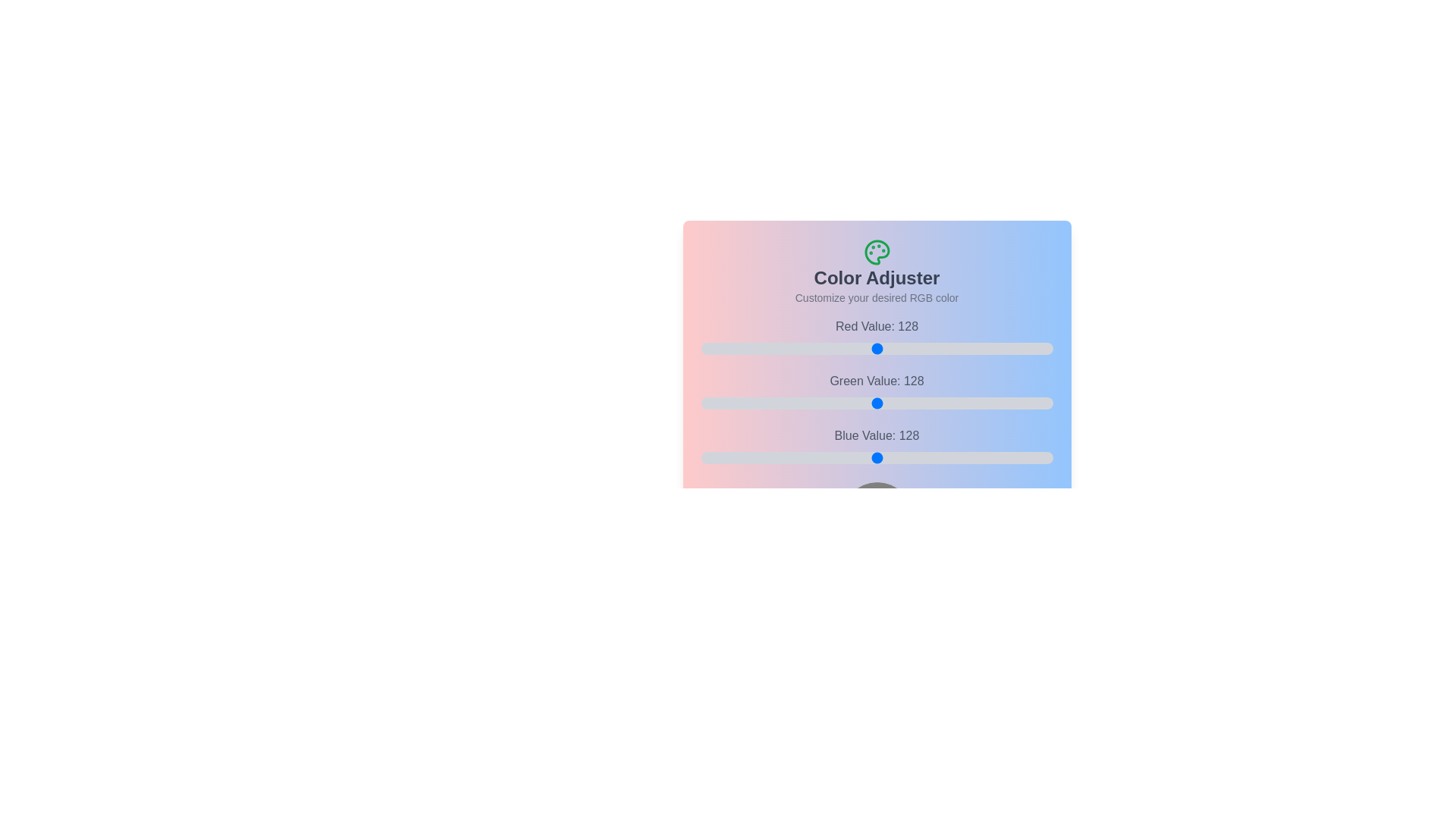 This screenshot has width=1456, height=819. What do you see at coordinates (915, 348) in the screenshot?
I see `the 0 slider to 56` at bounding box center [915, 348].